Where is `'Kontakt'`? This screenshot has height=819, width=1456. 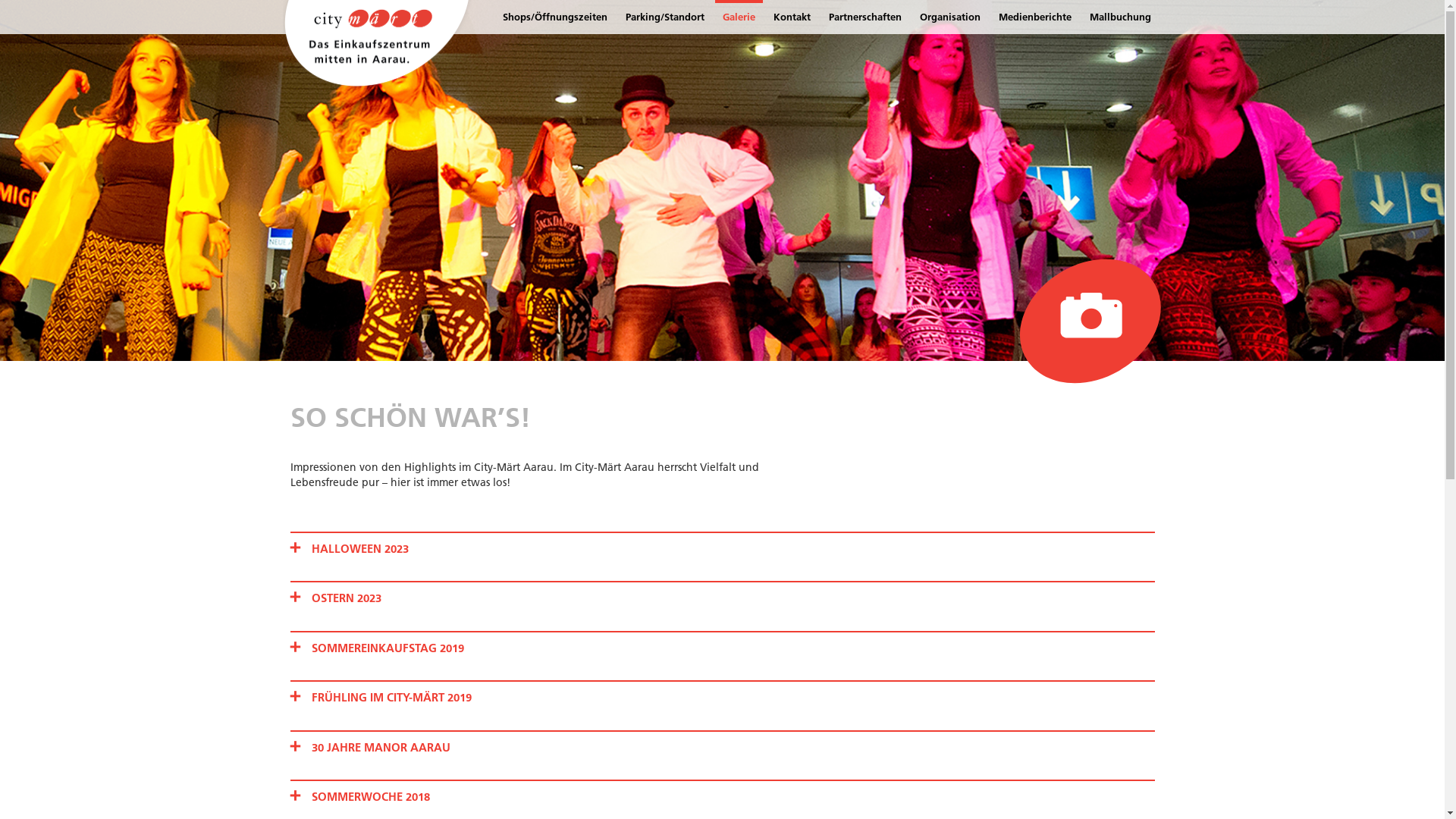
'Kontakt' is located at coordinates (791, 17).